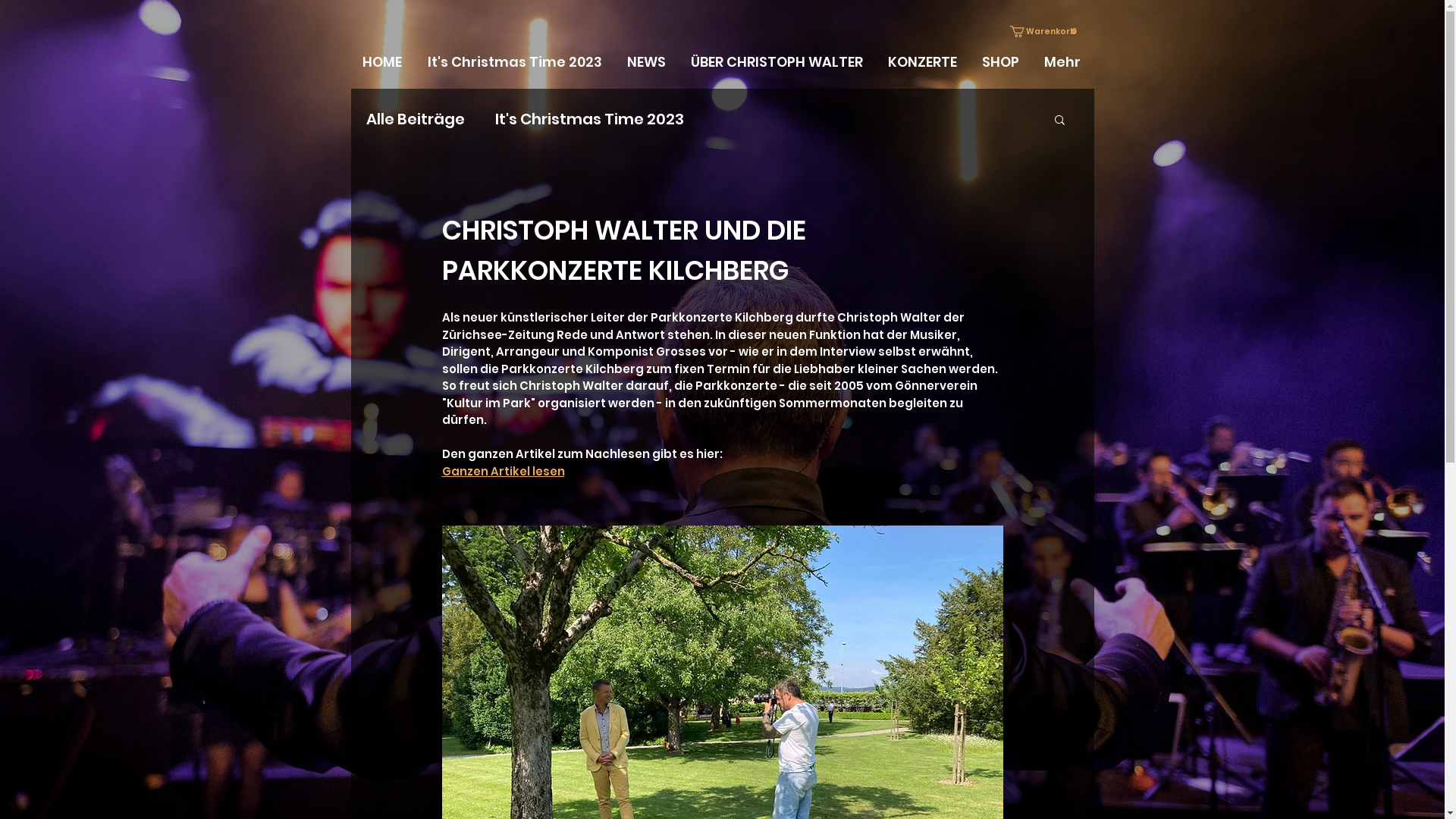 The height and width of the screenshot is (819, 1456). Describe the element at coordinates (382, 61) in the screenshot. I see `'HOME'` at that location.